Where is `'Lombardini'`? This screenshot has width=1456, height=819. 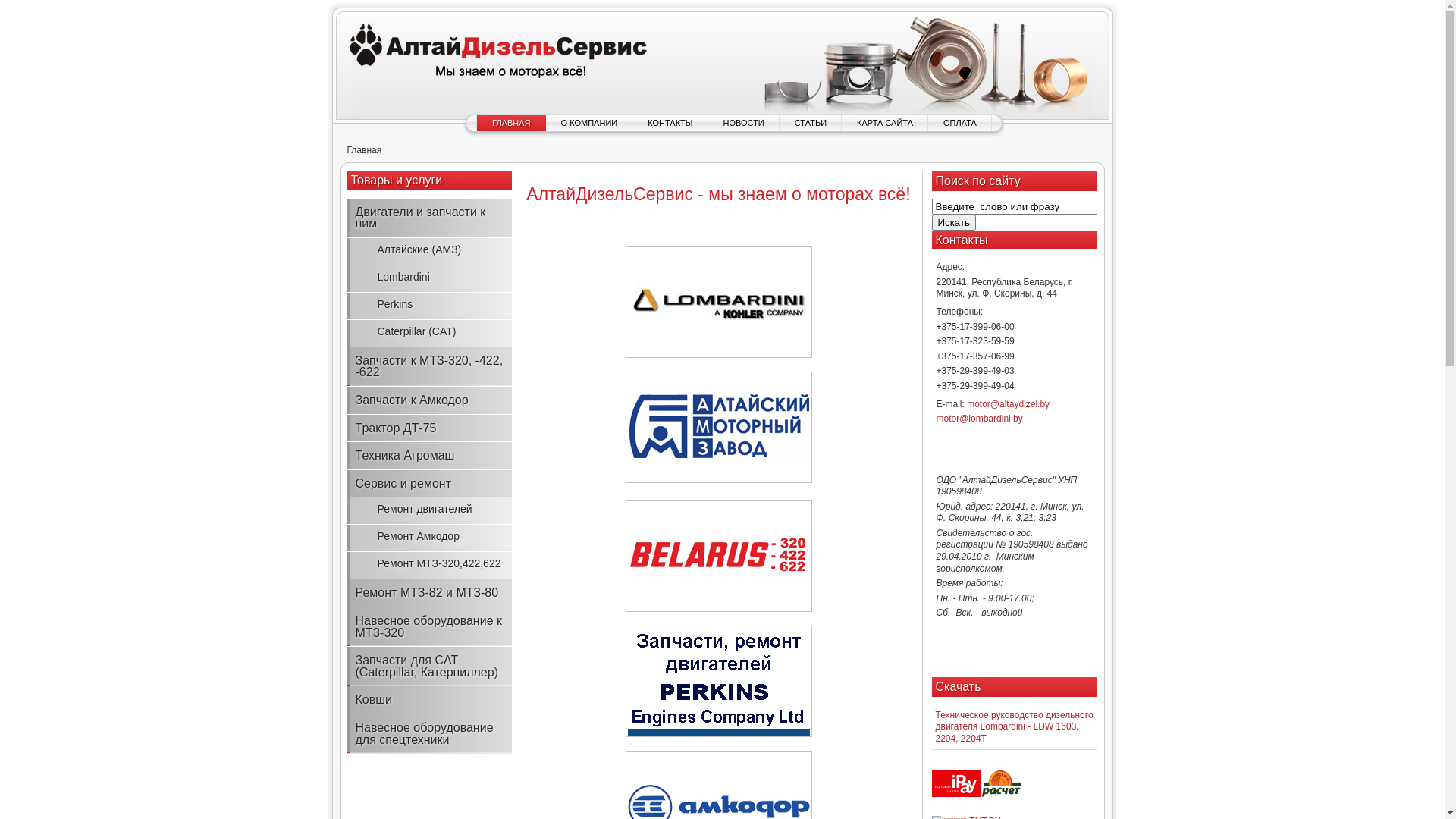
'Lombardini' is located at coordinates (428, 278).